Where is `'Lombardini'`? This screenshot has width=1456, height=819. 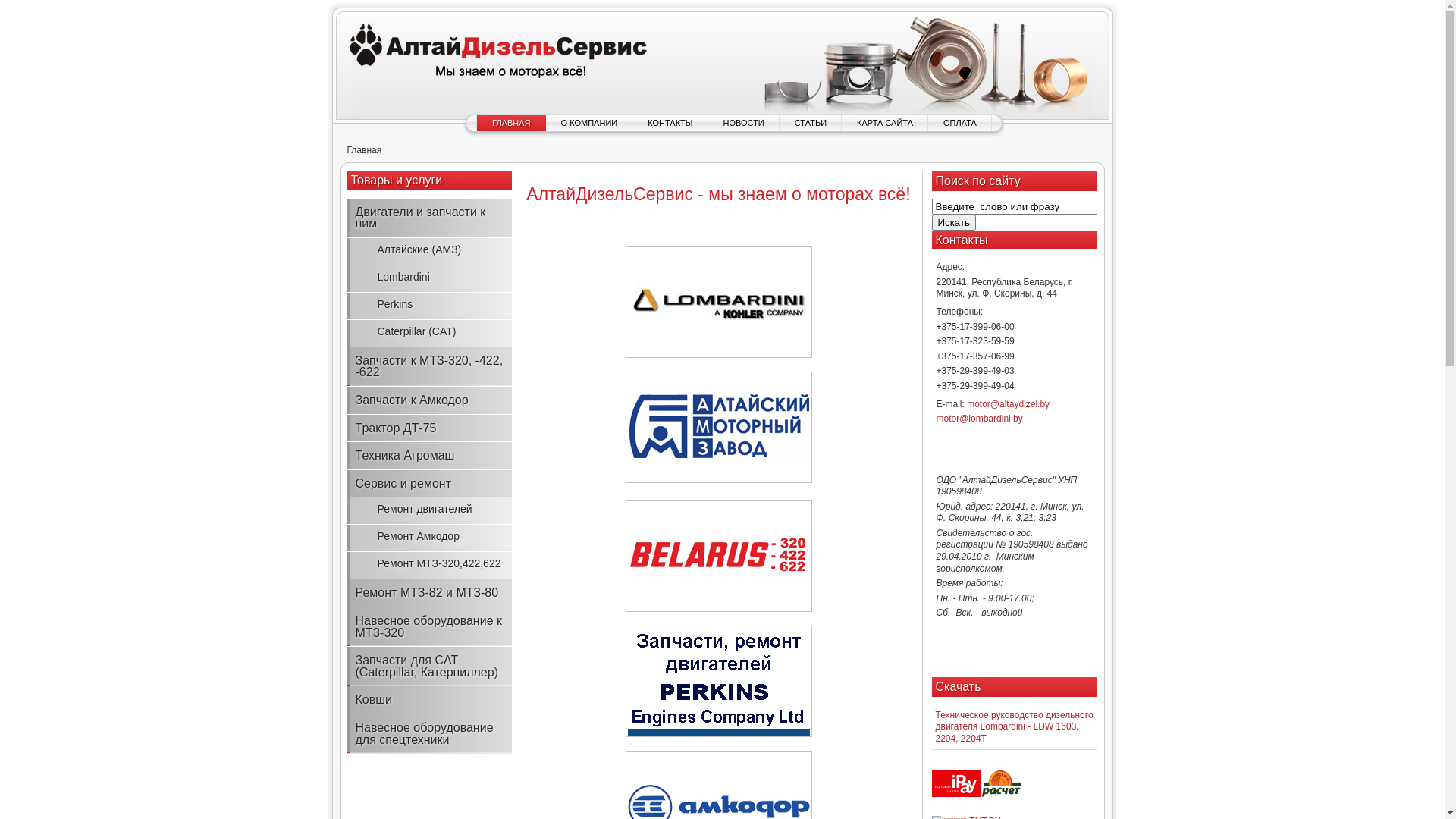
'Lombardini' is located at coordinates (428, 278).